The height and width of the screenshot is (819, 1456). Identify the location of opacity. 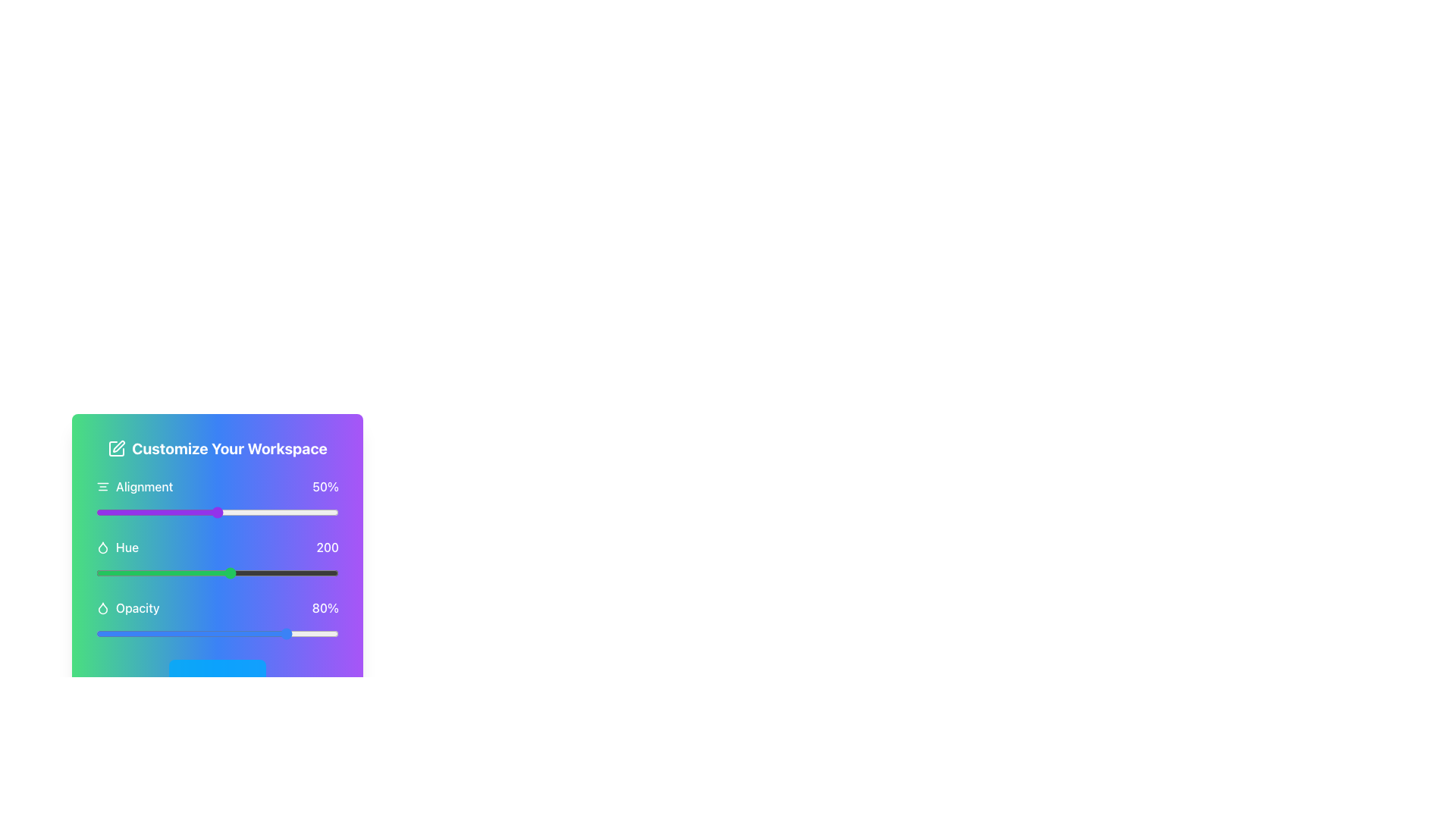
(135, 634).